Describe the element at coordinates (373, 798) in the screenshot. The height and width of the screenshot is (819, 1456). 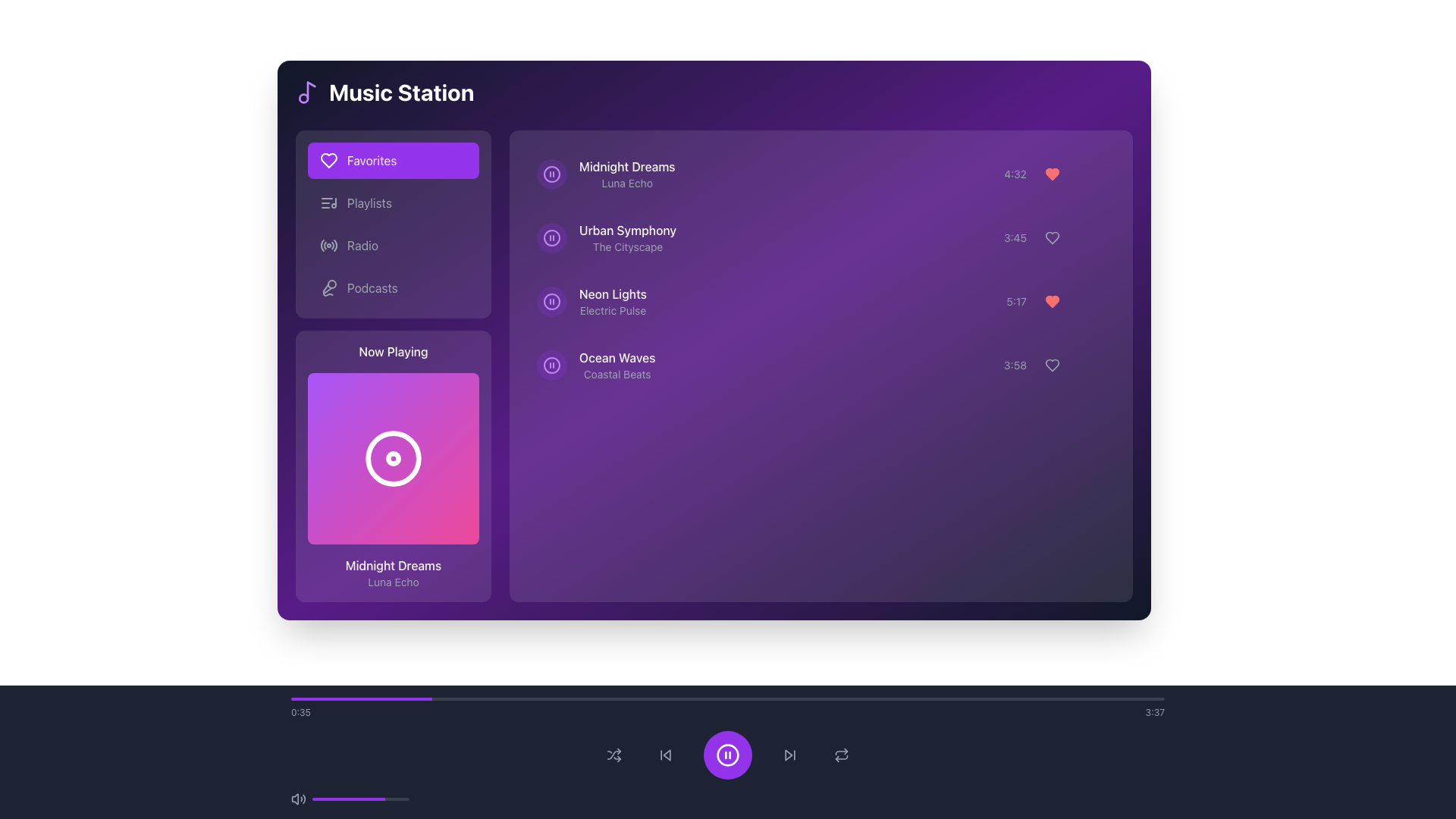
I see `the slider value` at that location.